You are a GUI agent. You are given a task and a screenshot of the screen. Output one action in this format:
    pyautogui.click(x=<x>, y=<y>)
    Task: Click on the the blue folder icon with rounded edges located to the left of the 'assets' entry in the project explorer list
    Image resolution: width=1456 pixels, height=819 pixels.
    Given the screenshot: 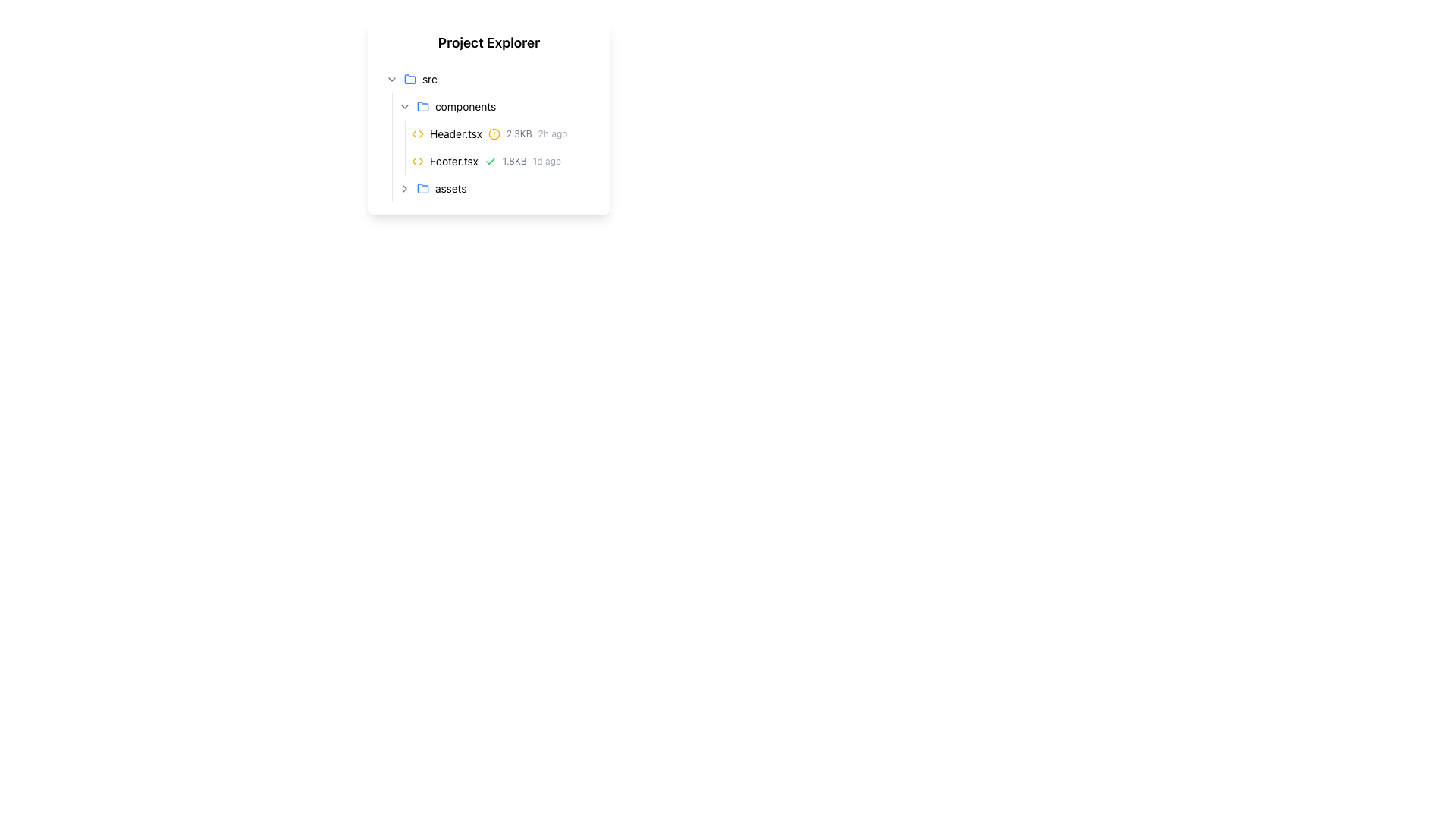 What is the action you would take?
    pyautogui.click(x=422, y=187)
    